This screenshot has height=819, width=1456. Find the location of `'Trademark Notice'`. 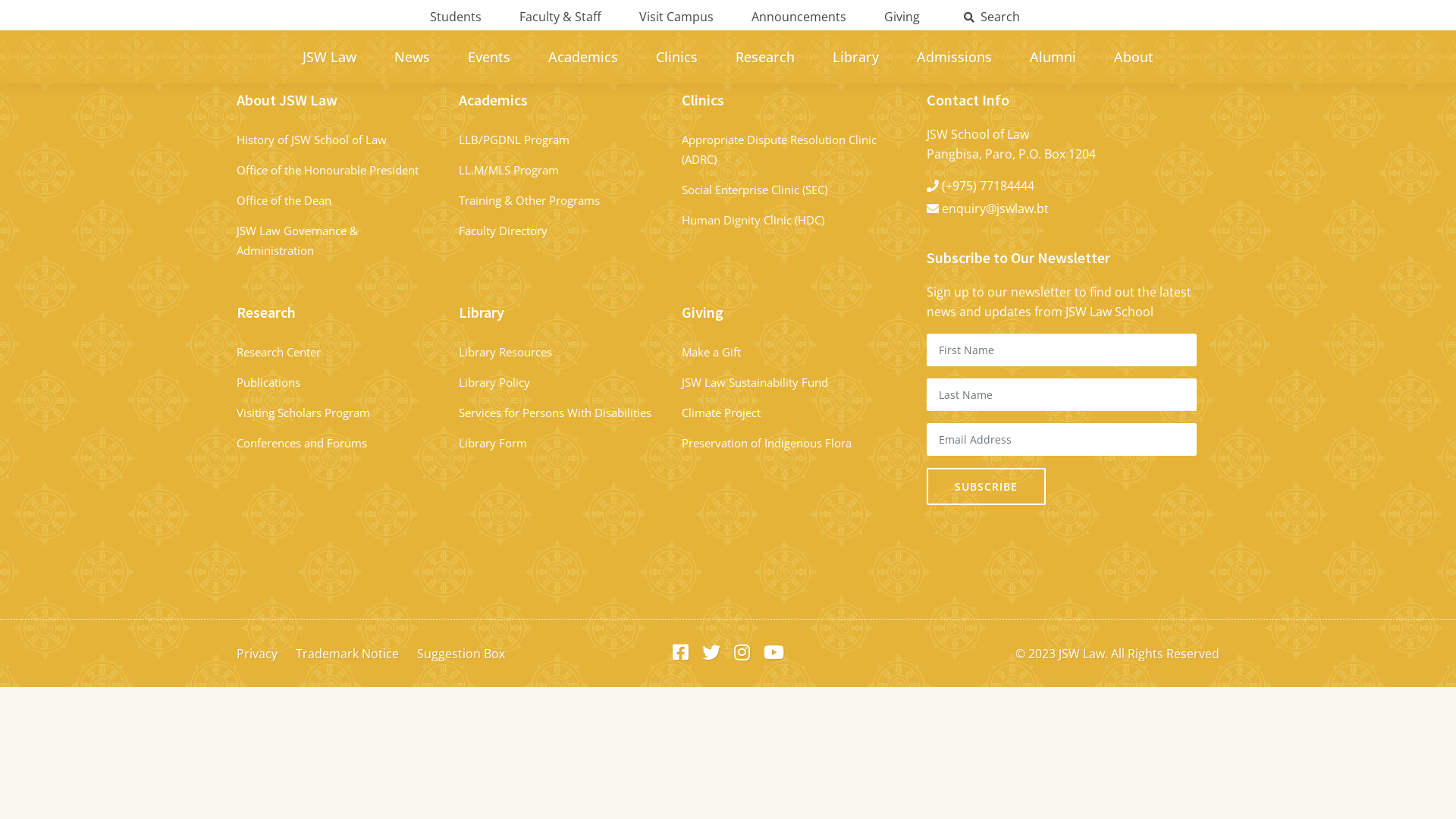

'Trademark Notice' is located at coordinates (346, 651).